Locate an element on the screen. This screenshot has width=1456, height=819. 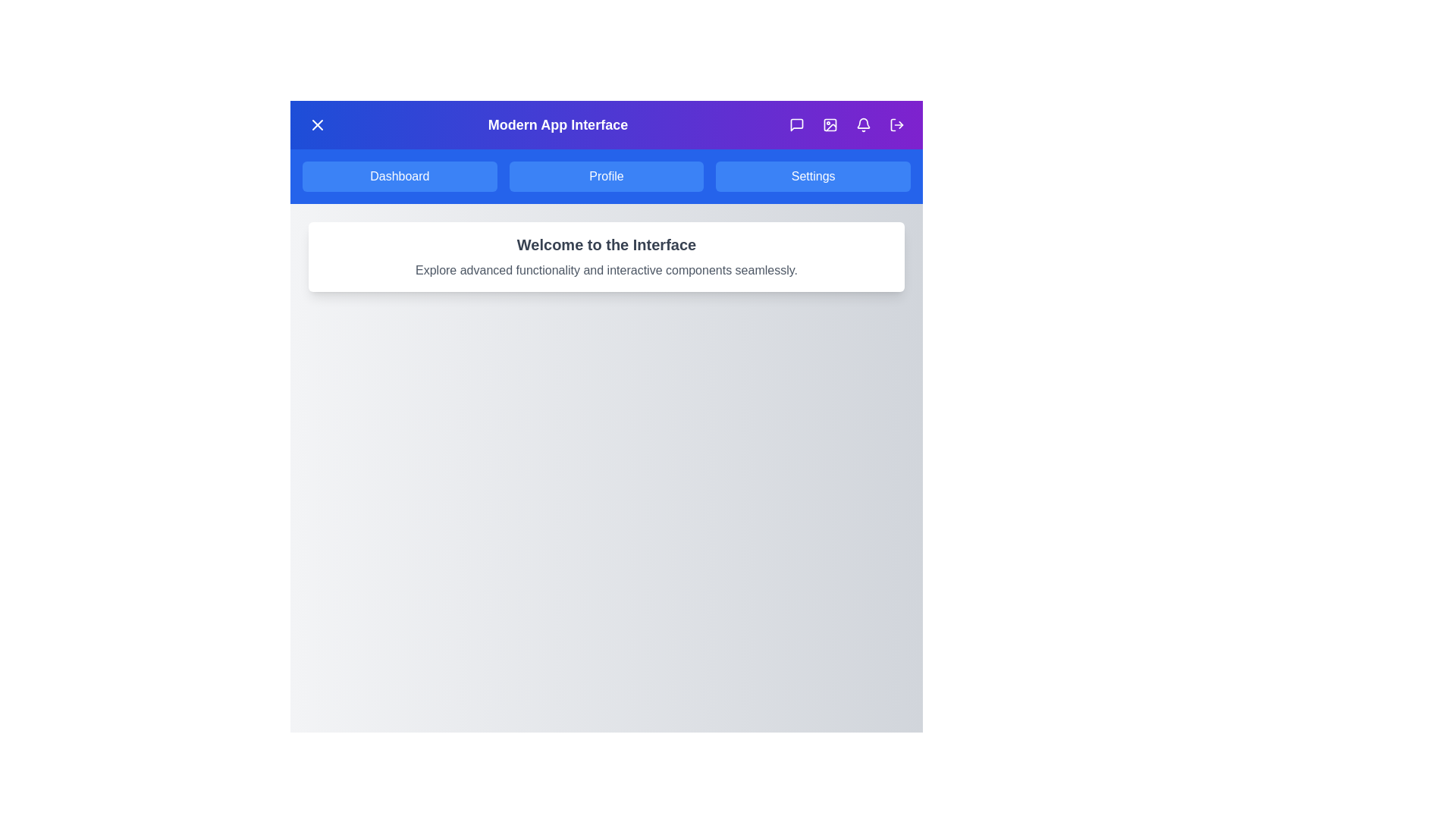
the menu button to toggle the main menu visibility is located at coordinates (316, 124).